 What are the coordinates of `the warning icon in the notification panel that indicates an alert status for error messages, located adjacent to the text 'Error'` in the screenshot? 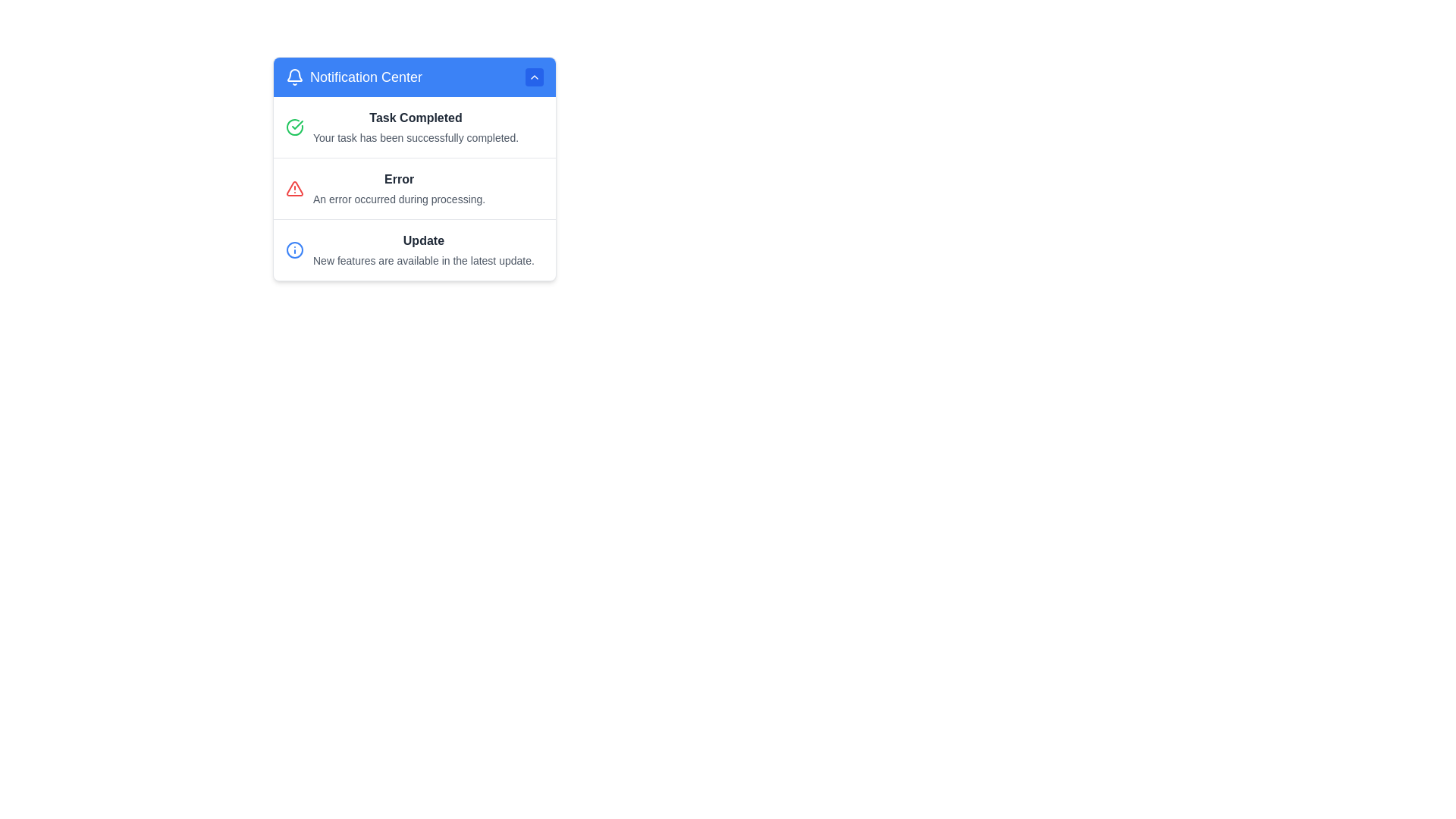 It's located at (294, 188).